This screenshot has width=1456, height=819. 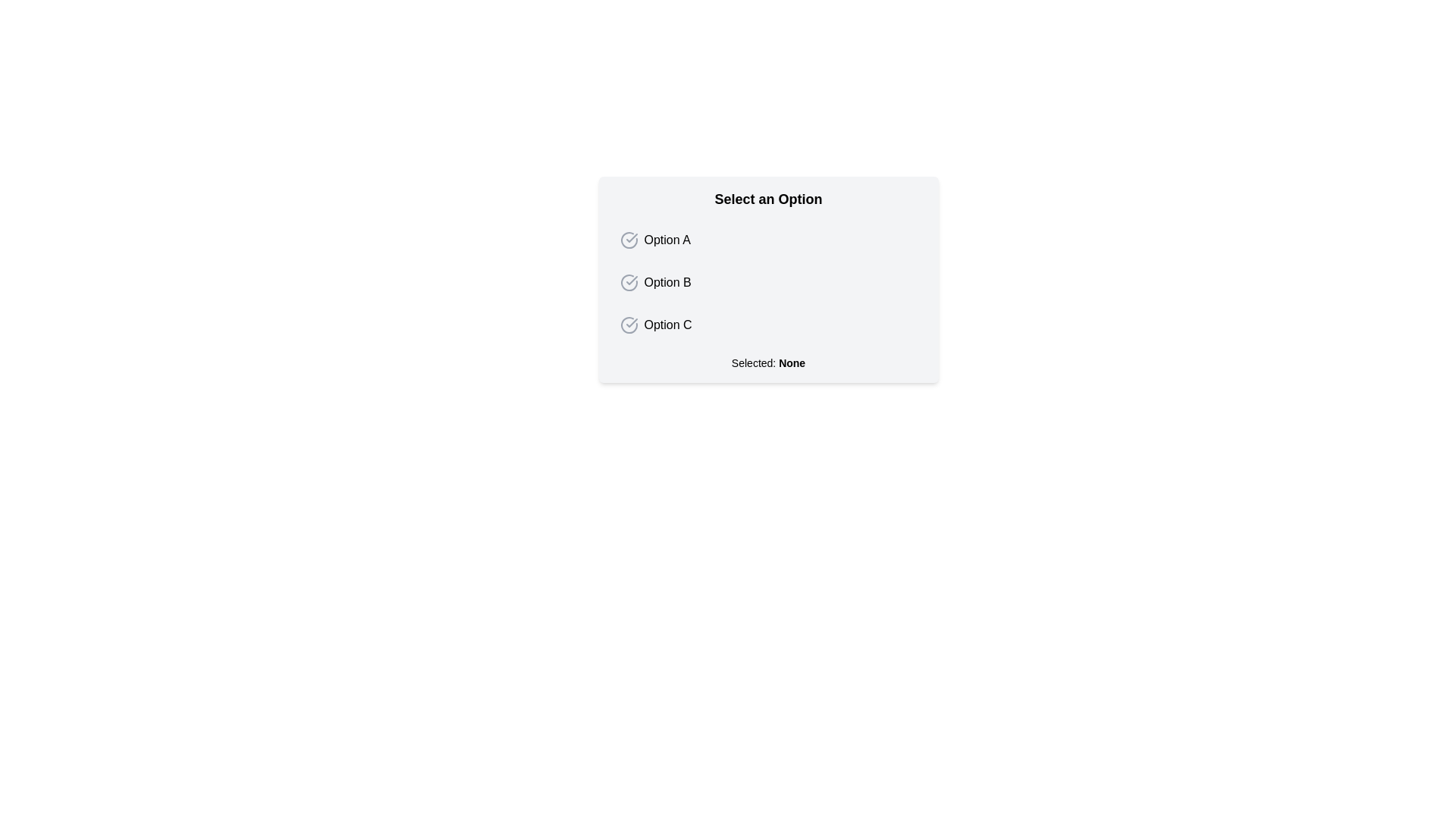 What do you see at coordinates (768, 283) in the screenshot?
I see `one of the options in the list labeled 'Option A', 'Option B', or 'Option C' within the card titled 'Select an Option'` at bounding box center [768, 283].